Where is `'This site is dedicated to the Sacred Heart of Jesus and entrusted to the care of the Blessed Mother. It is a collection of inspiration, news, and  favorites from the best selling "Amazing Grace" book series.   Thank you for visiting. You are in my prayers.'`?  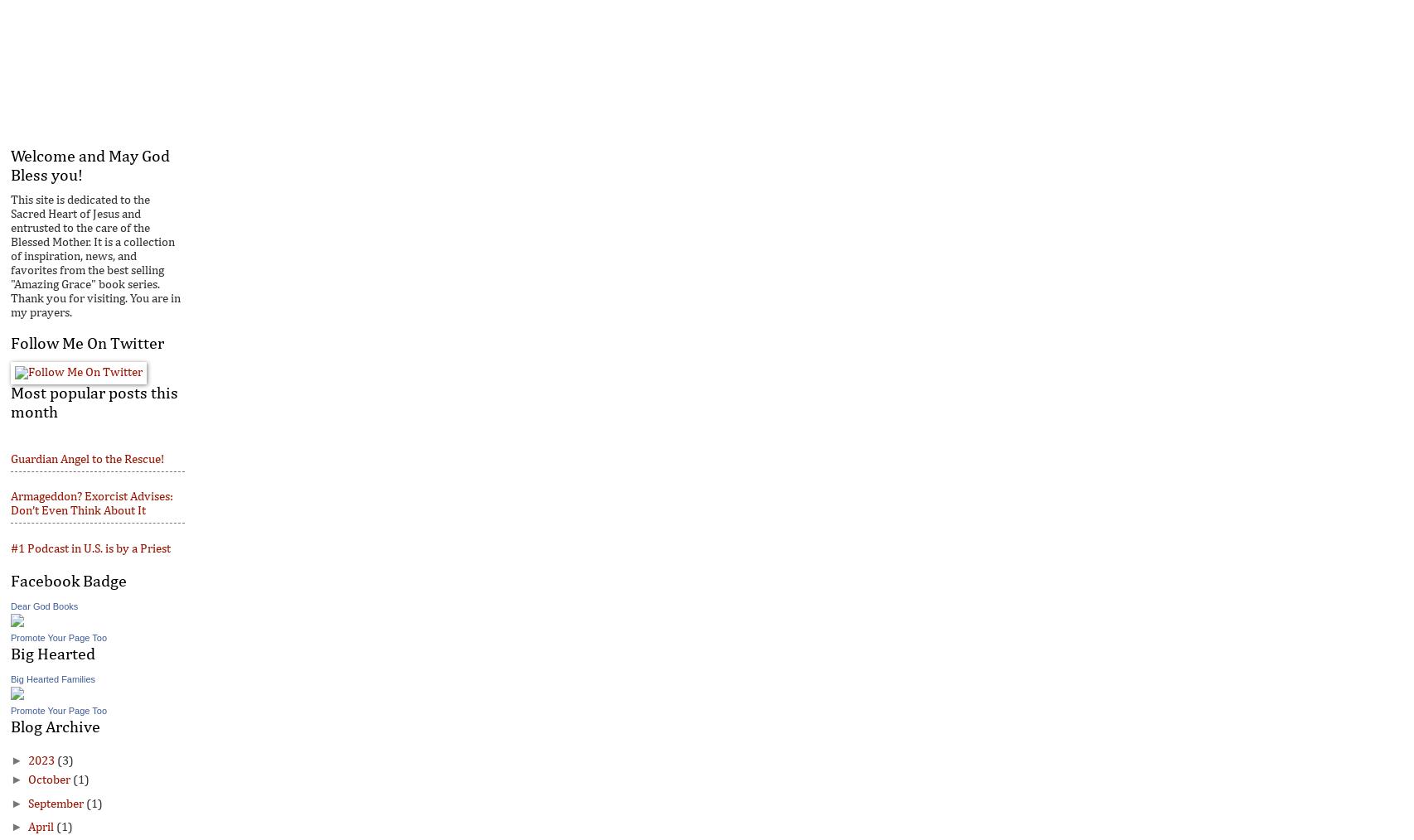 'This site is dedicated to the Sacred Heart of Jesus and entrusted to the care of the Blessed Mother. It is a collection of inspiration, news, and  favorites from the best selling "Amazing Grace" book series.   Thank you for visiting. You are in my prayers.' is located at coordinates (10, 256).